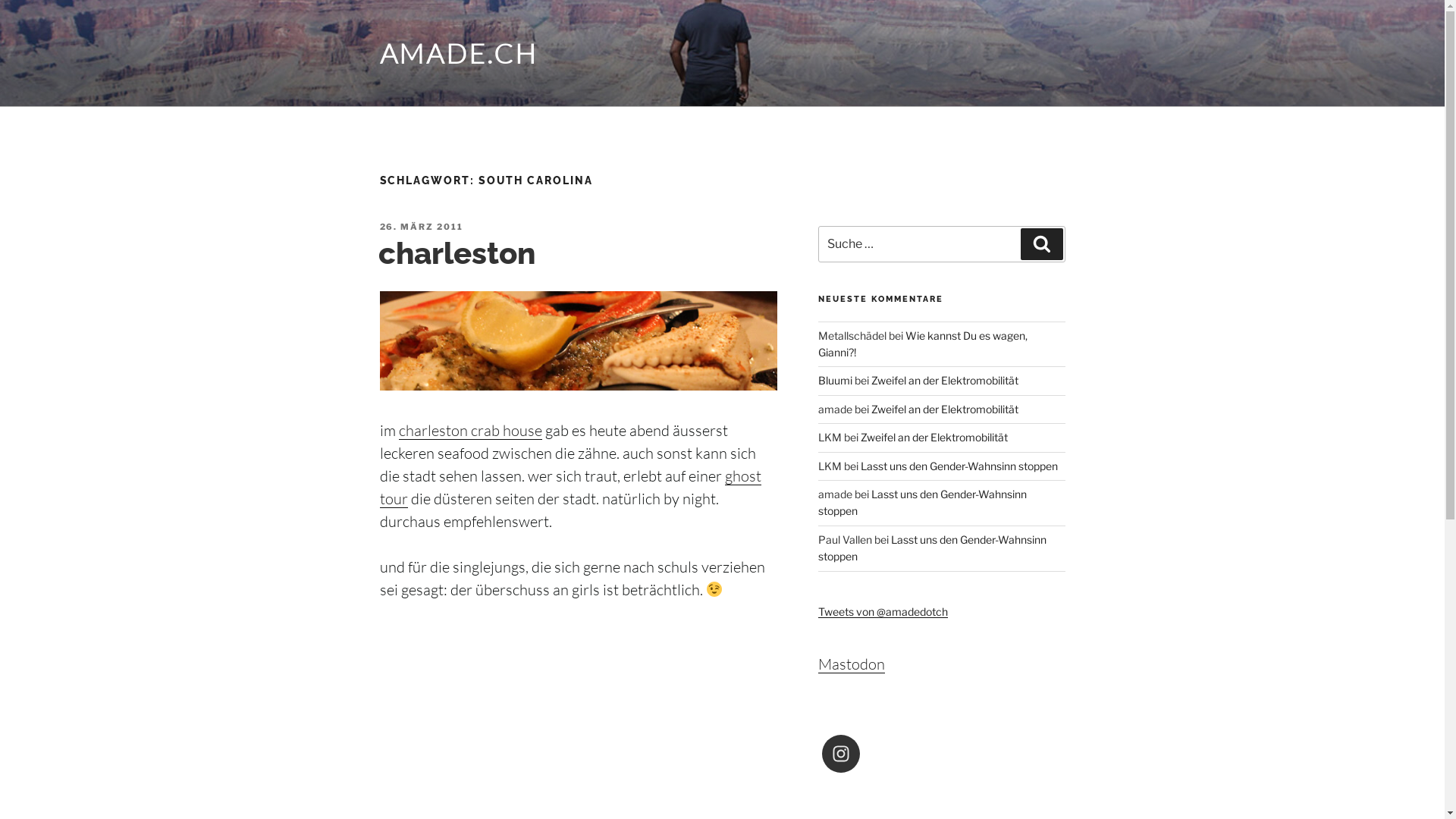 The height and width of the screenshot is (819, 1456). What do you see at coordinates (457, 52) in the screenshot?
I see `'AMADE.CH'` at bounding box center [457, 52].